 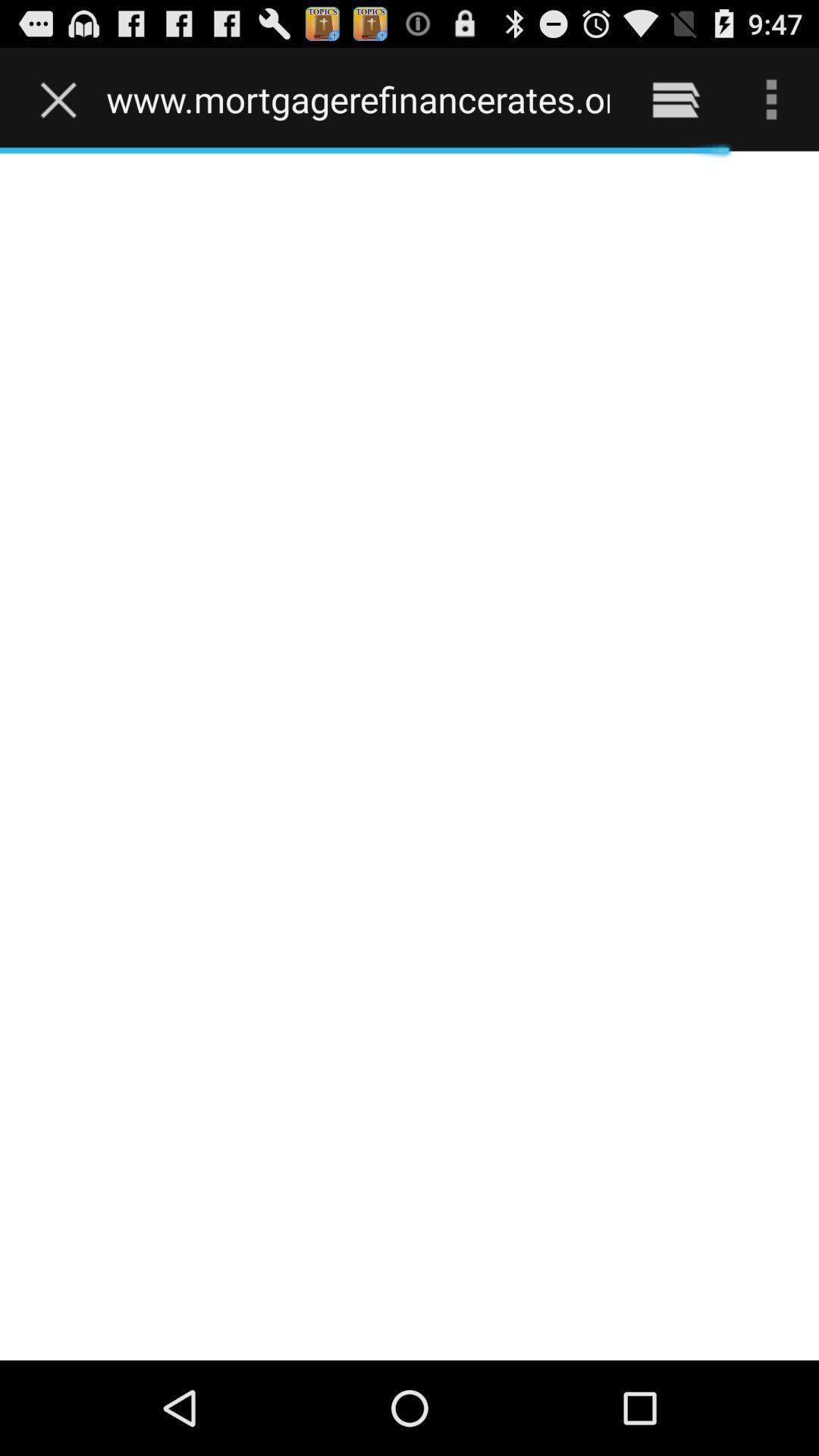 What do you see at coordinates (675, 99) in the screenshot?
I see `item to the right of the www mortgagerefinancerates org item` at bounding box center [675, 99].